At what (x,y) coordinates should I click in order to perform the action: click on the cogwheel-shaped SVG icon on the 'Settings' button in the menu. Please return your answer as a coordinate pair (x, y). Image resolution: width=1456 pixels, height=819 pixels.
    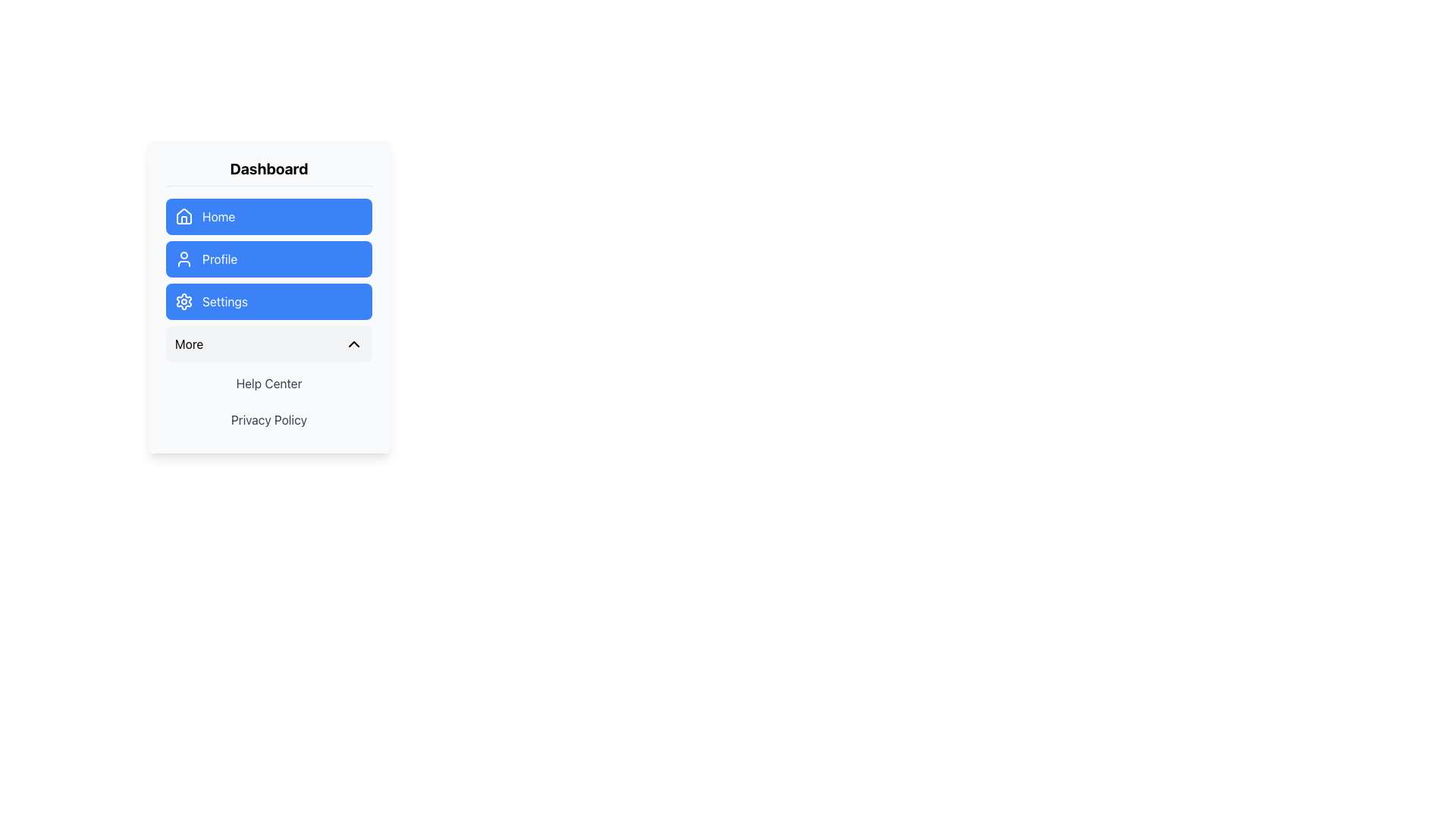
    Looking at the image, I should click on (184, 301).